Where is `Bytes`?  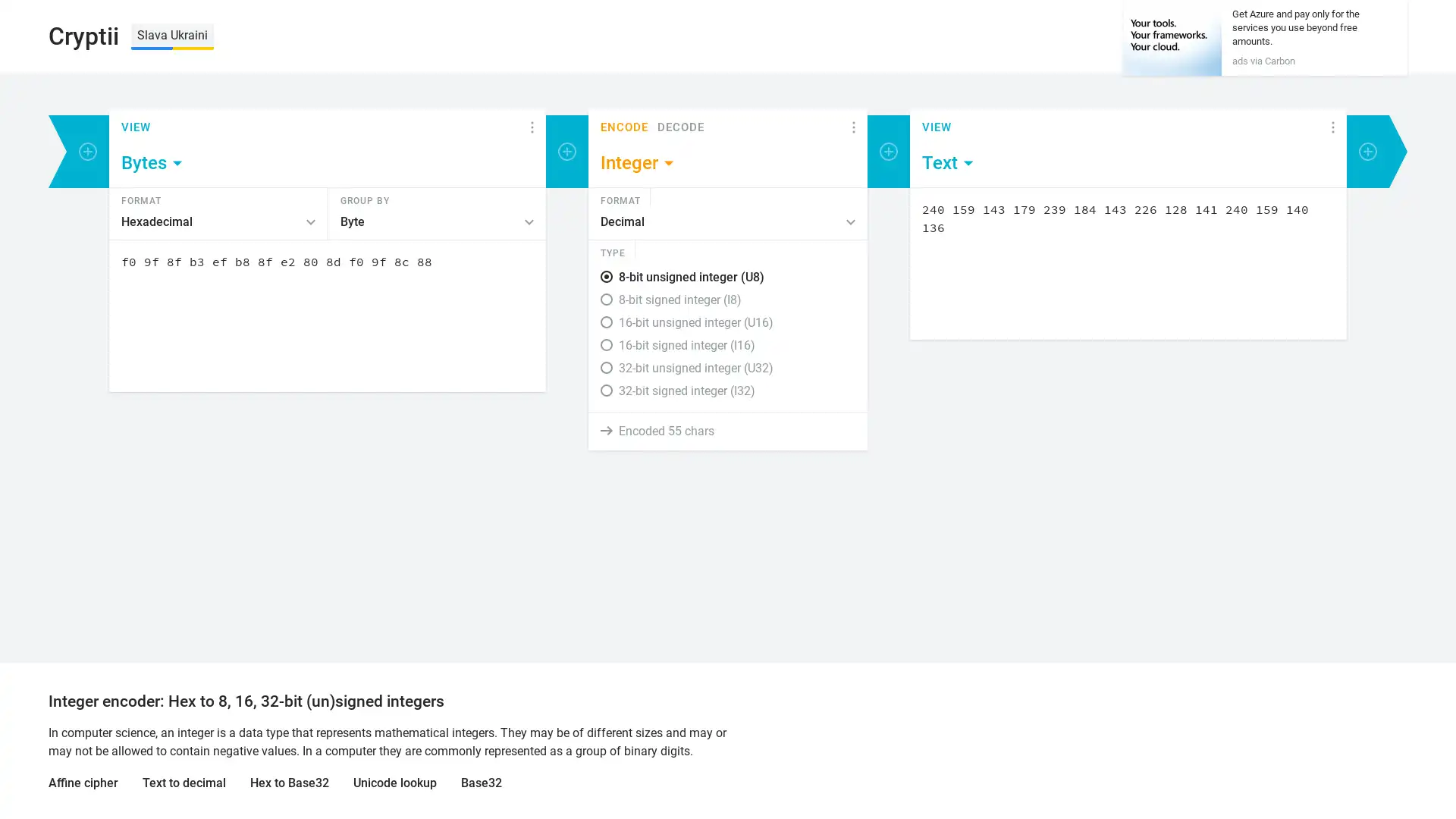
Bytes is located at coordinates (152, 163).